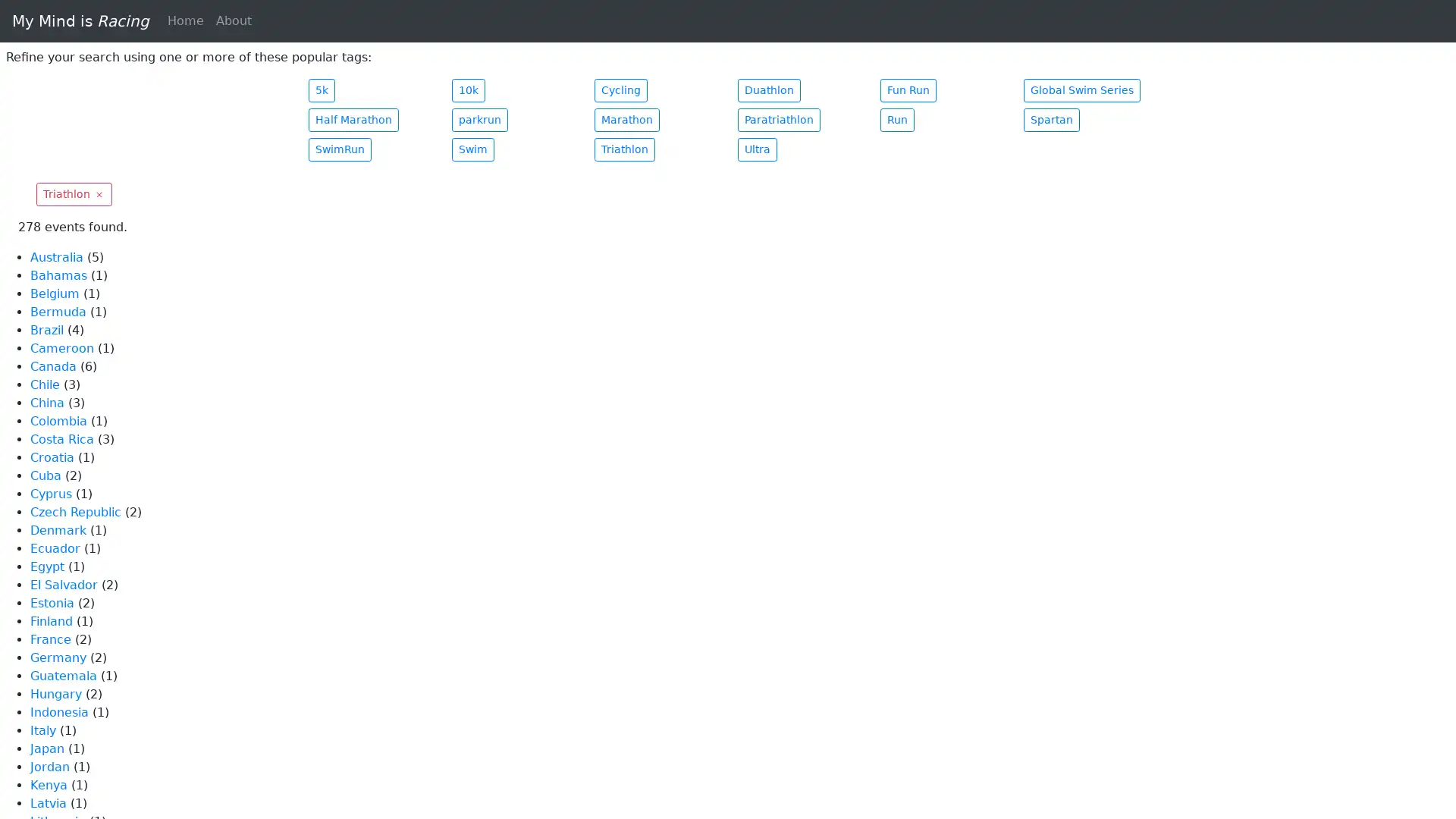 The image size is (1456, 819). I want to click on Swim, so click(472, 149).